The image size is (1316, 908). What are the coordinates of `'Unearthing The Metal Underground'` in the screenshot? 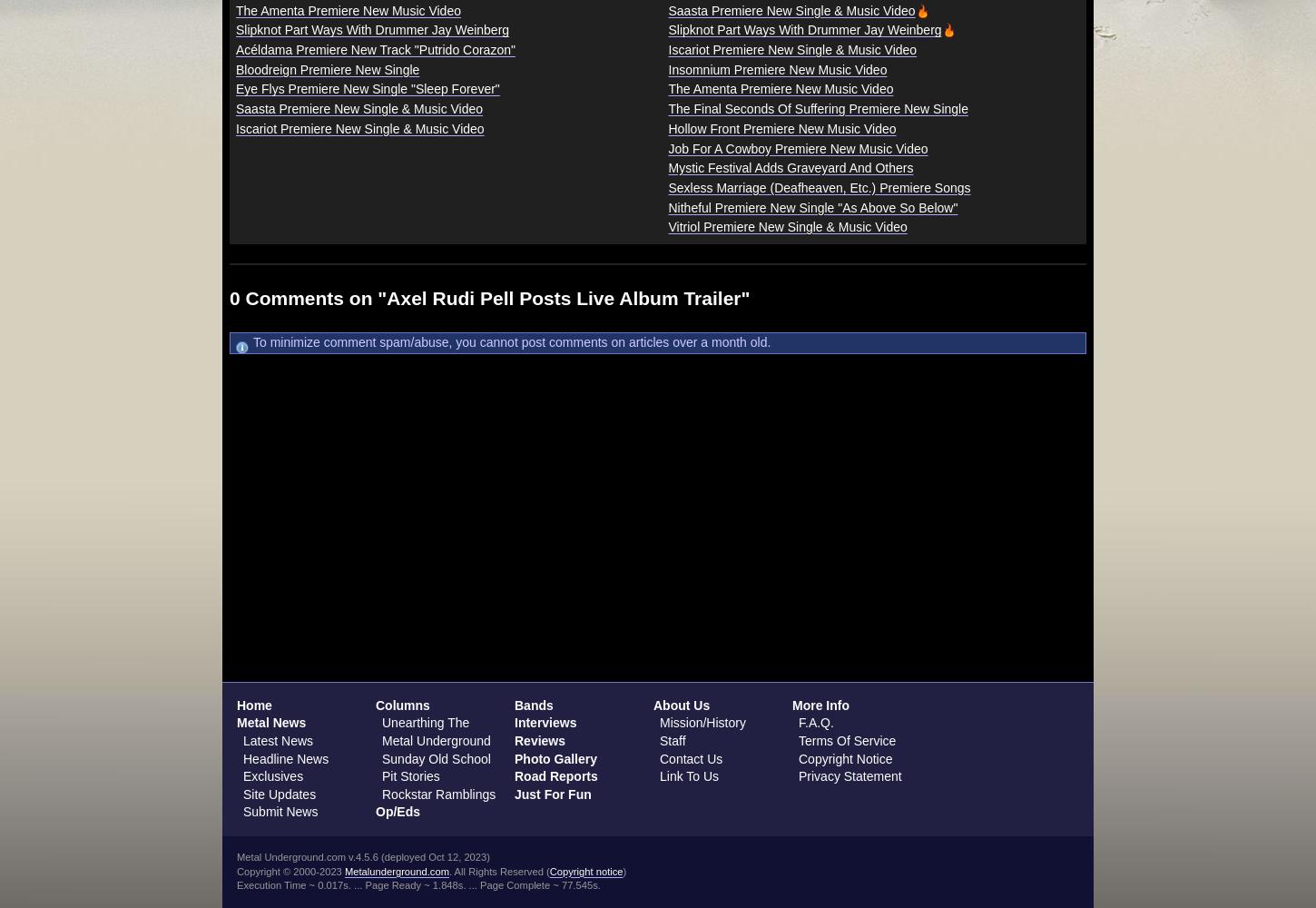 It's located at (435, 732).